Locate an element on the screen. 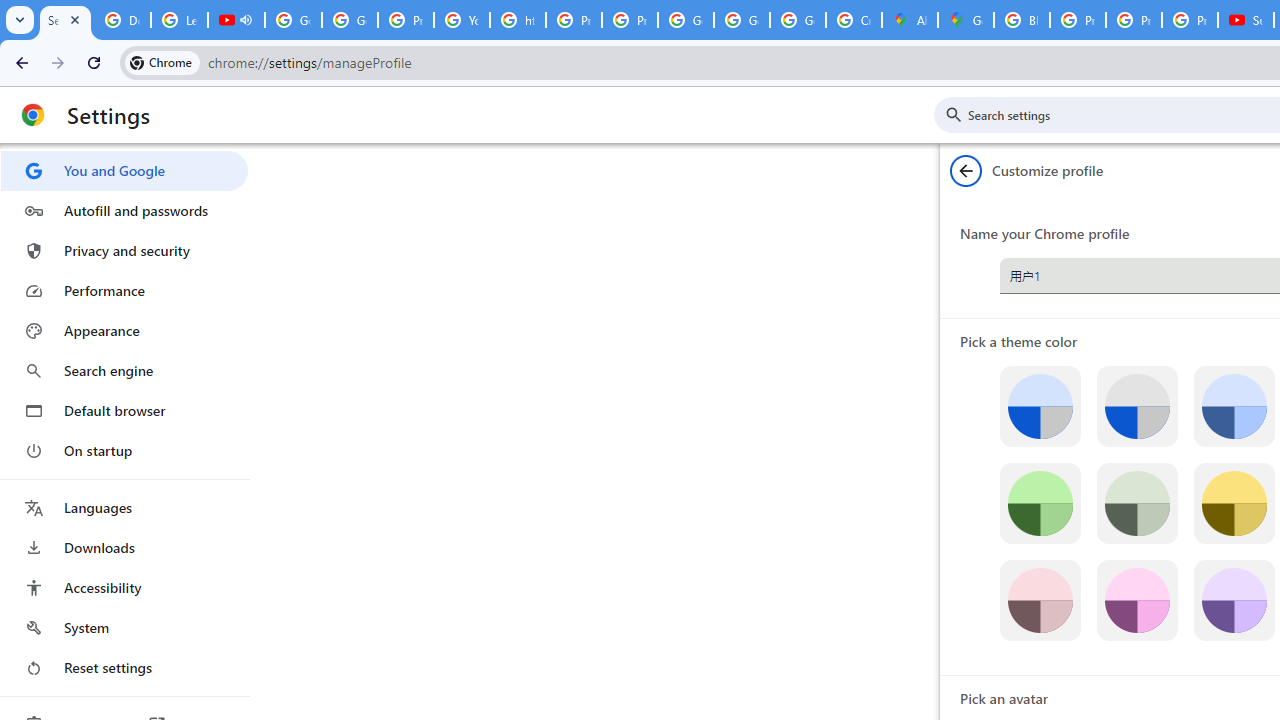 The width and height of the screenshot is (1280, 720). 'Delete photos & videos - Computer - Google Photos Help' is located at coordinates (121, 20).